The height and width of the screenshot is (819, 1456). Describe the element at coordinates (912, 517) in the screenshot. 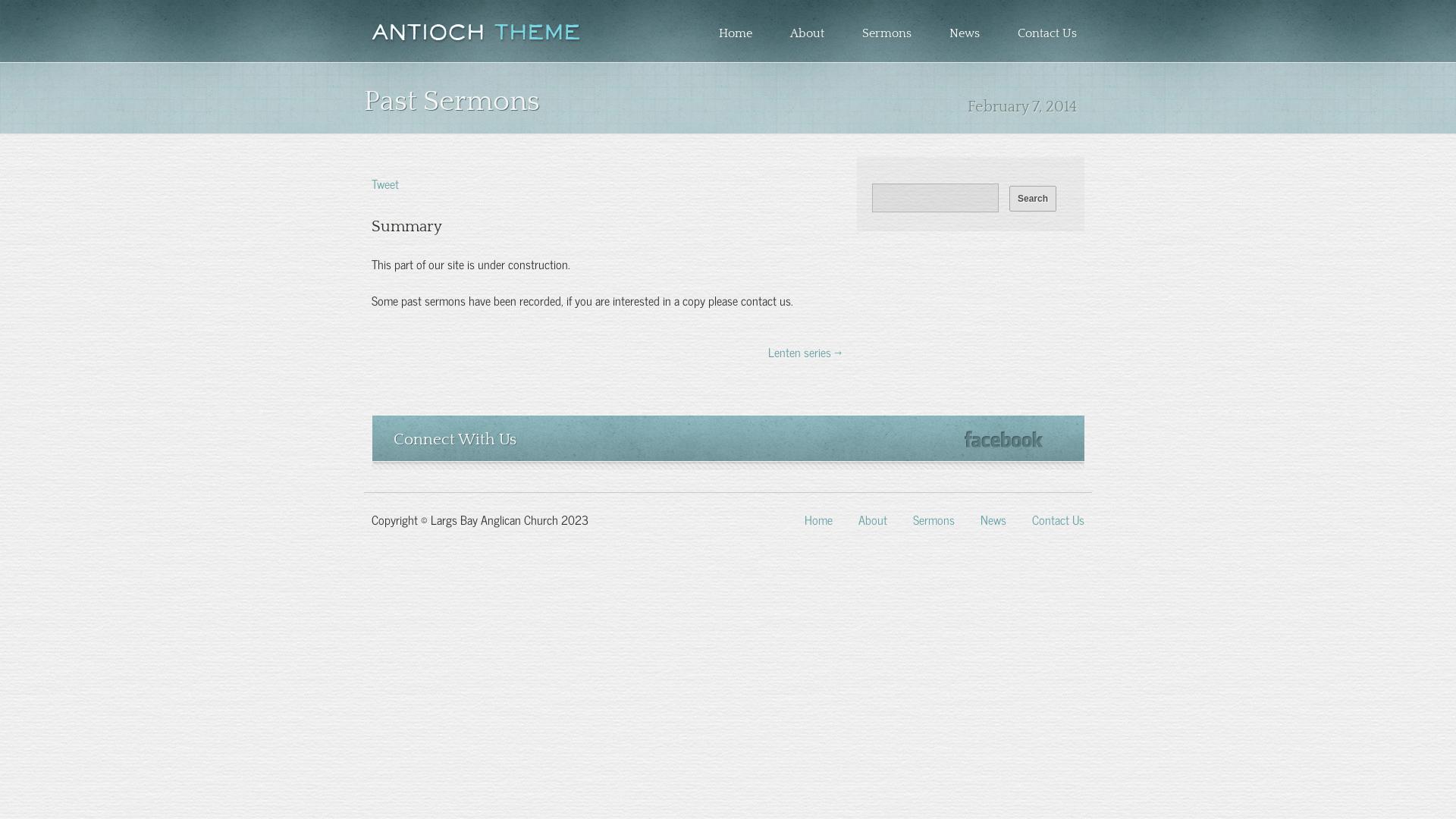

I see `'Sermons'` at that location.